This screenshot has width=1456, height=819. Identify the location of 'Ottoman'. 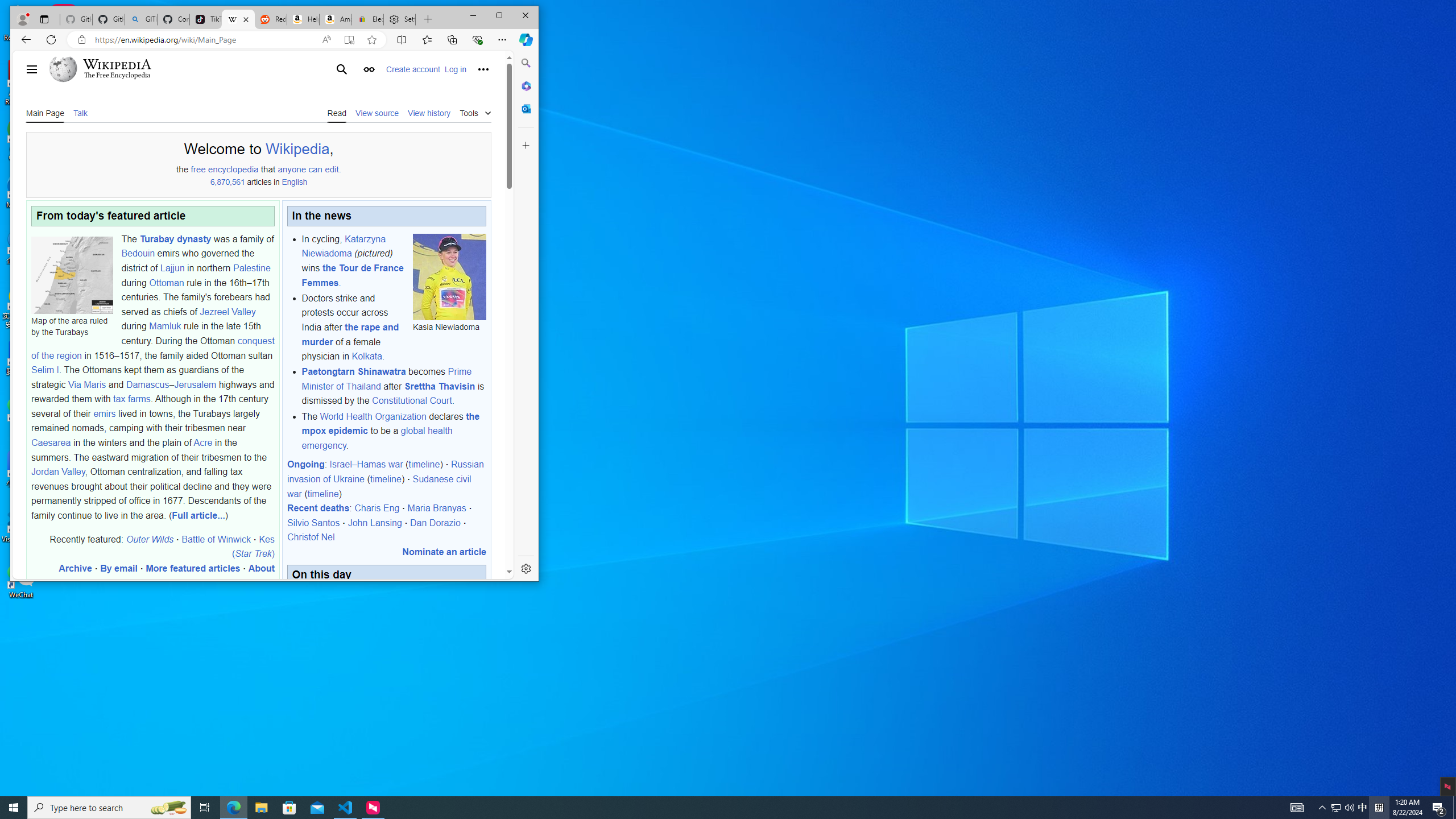
(167, 282).